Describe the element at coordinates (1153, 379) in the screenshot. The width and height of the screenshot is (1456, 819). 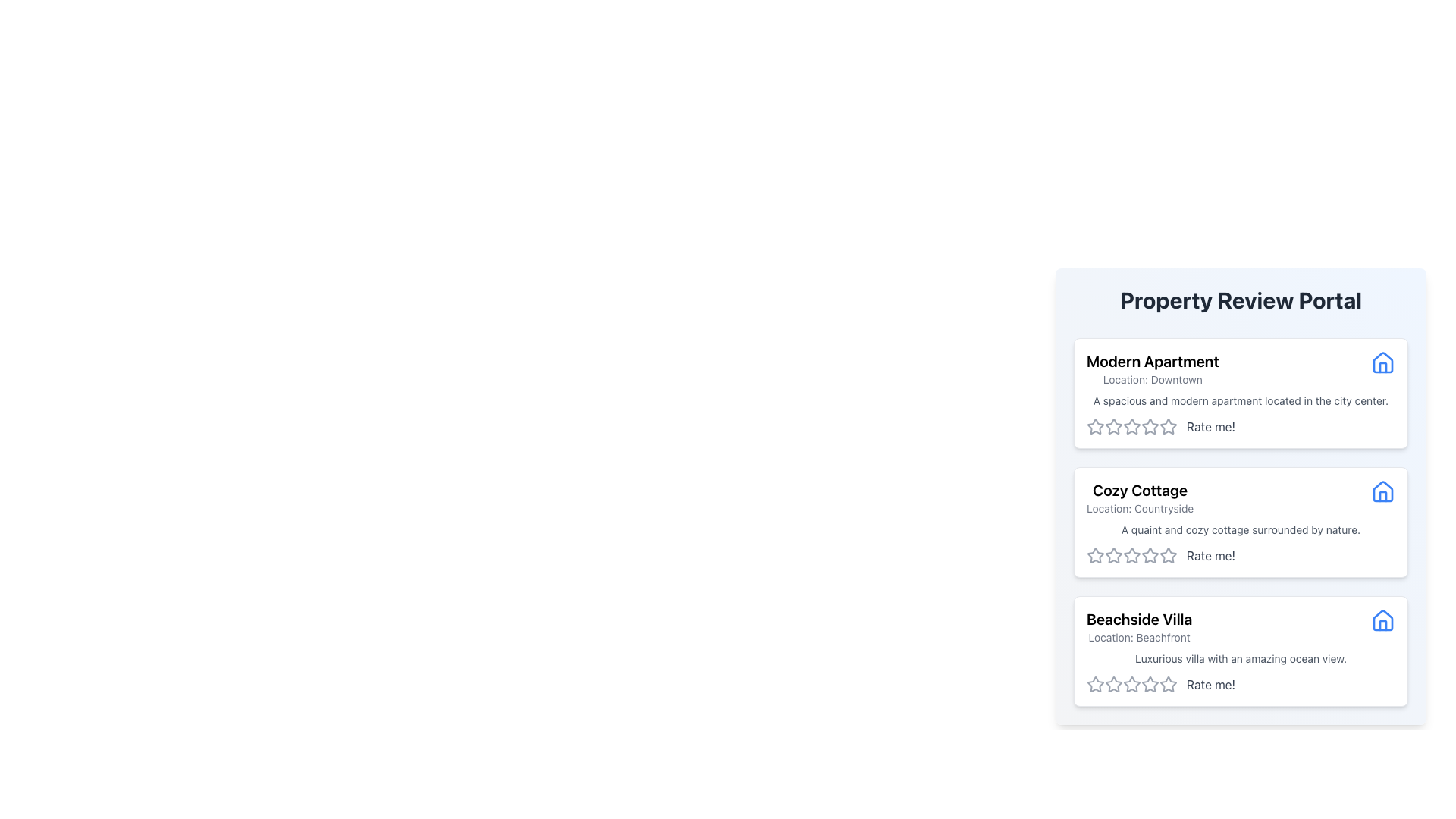
I see `the static text label located directly below the 'Modern Apartment' title in the first card of the property list` at that location.